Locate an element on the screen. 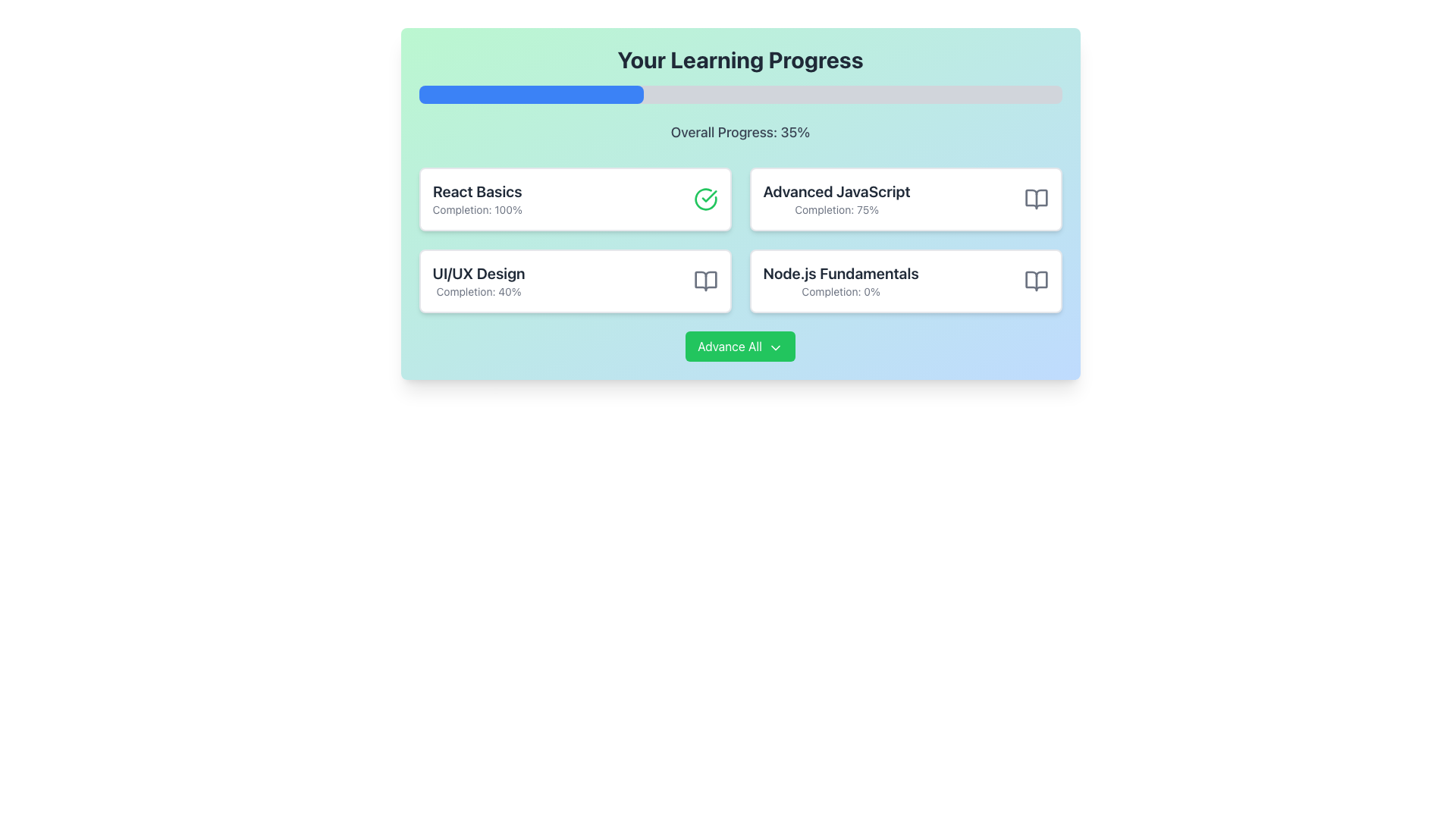 This screenshot has width=1456, height=819. the button located at the bottom center of the interface is located at coordinates (740, 346).